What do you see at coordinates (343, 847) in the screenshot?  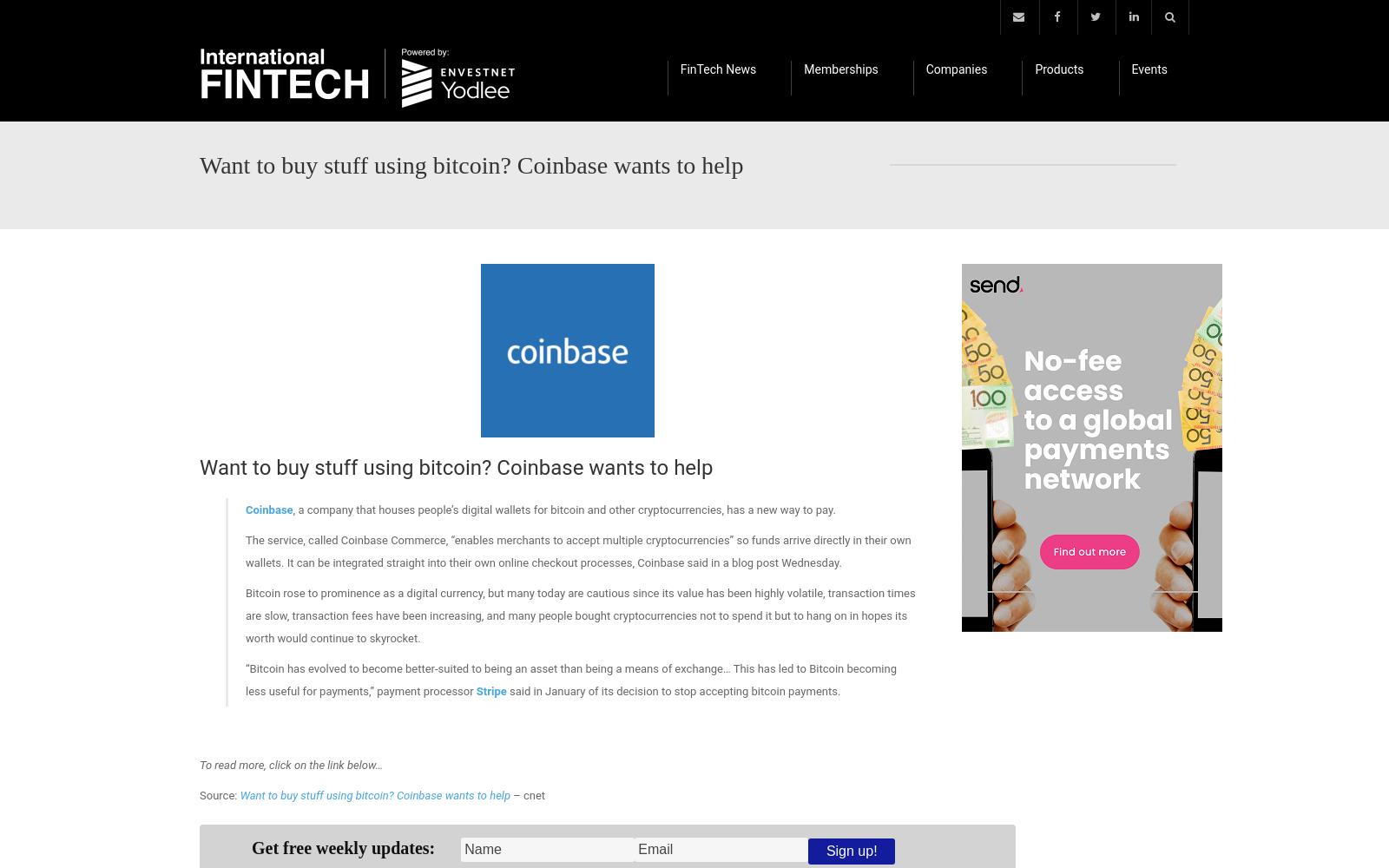 I see `'Get free weekly updates:'` at bounding box center [343, 847].